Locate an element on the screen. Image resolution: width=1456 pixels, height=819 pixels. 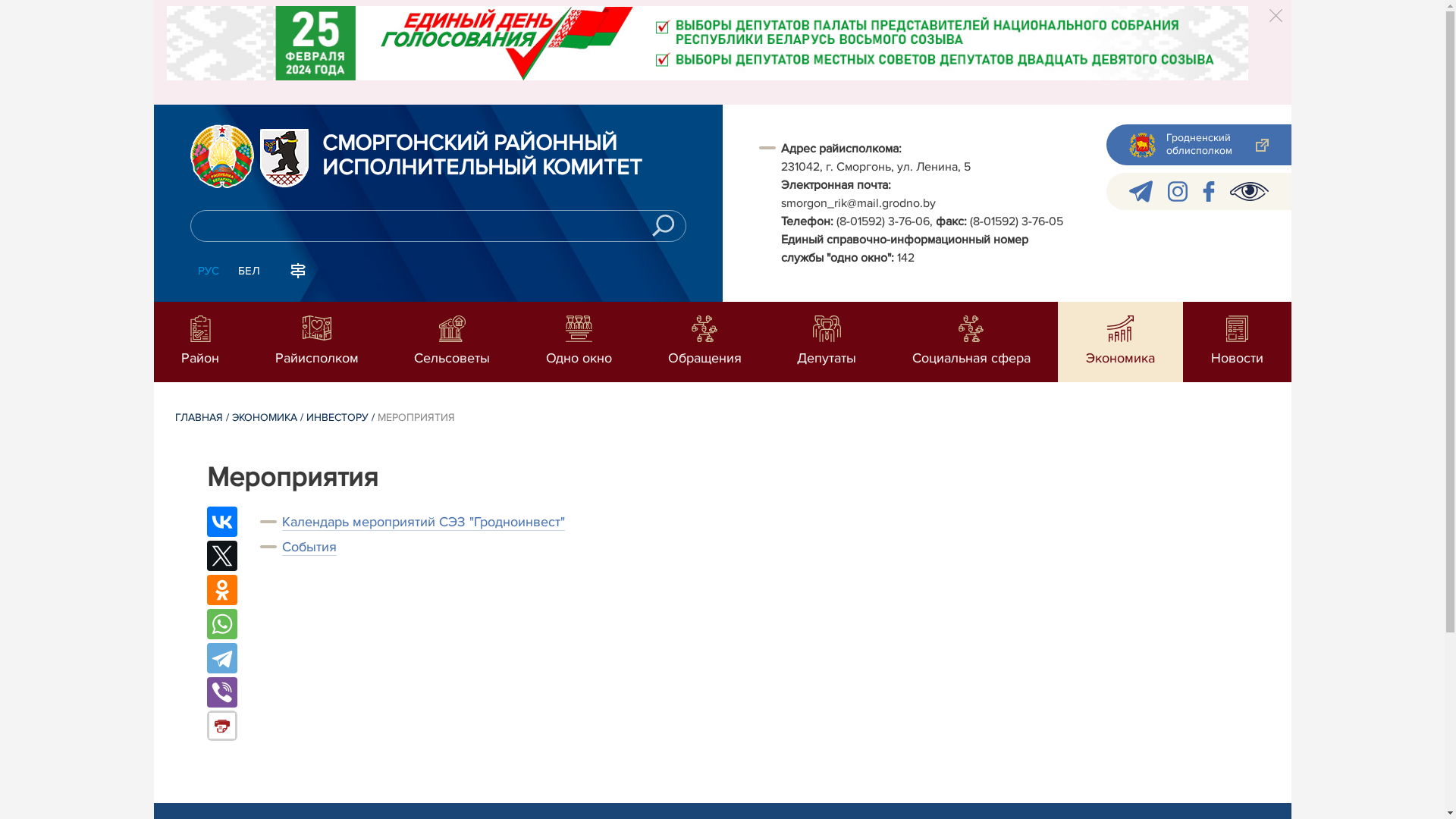
'instagram' is located at coordinates (1177, 190).